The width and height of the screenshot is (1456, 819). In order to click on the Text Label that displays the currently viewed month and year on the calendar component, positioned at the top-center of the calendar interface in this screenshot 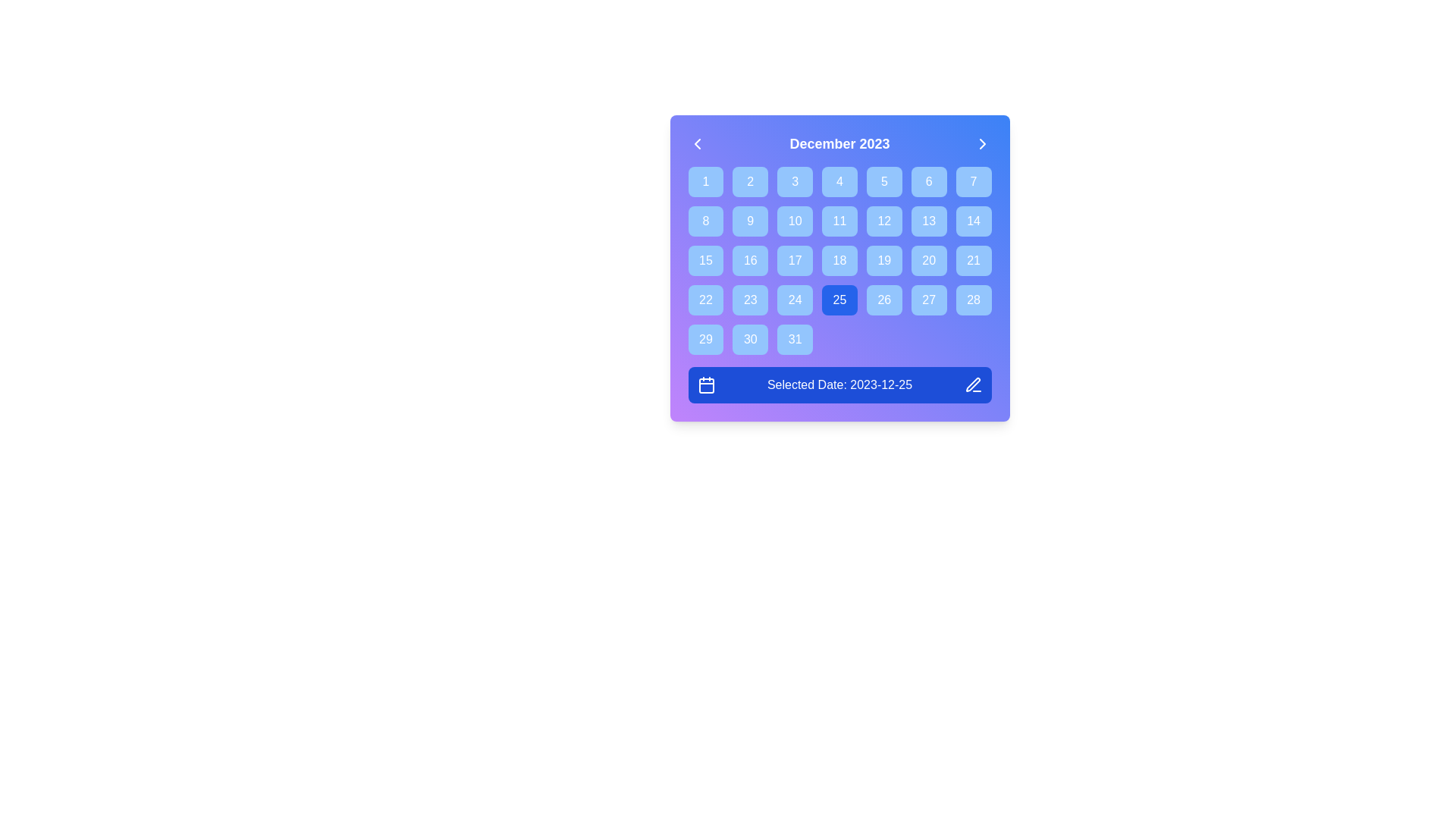, I will do `click(839, 143)`.